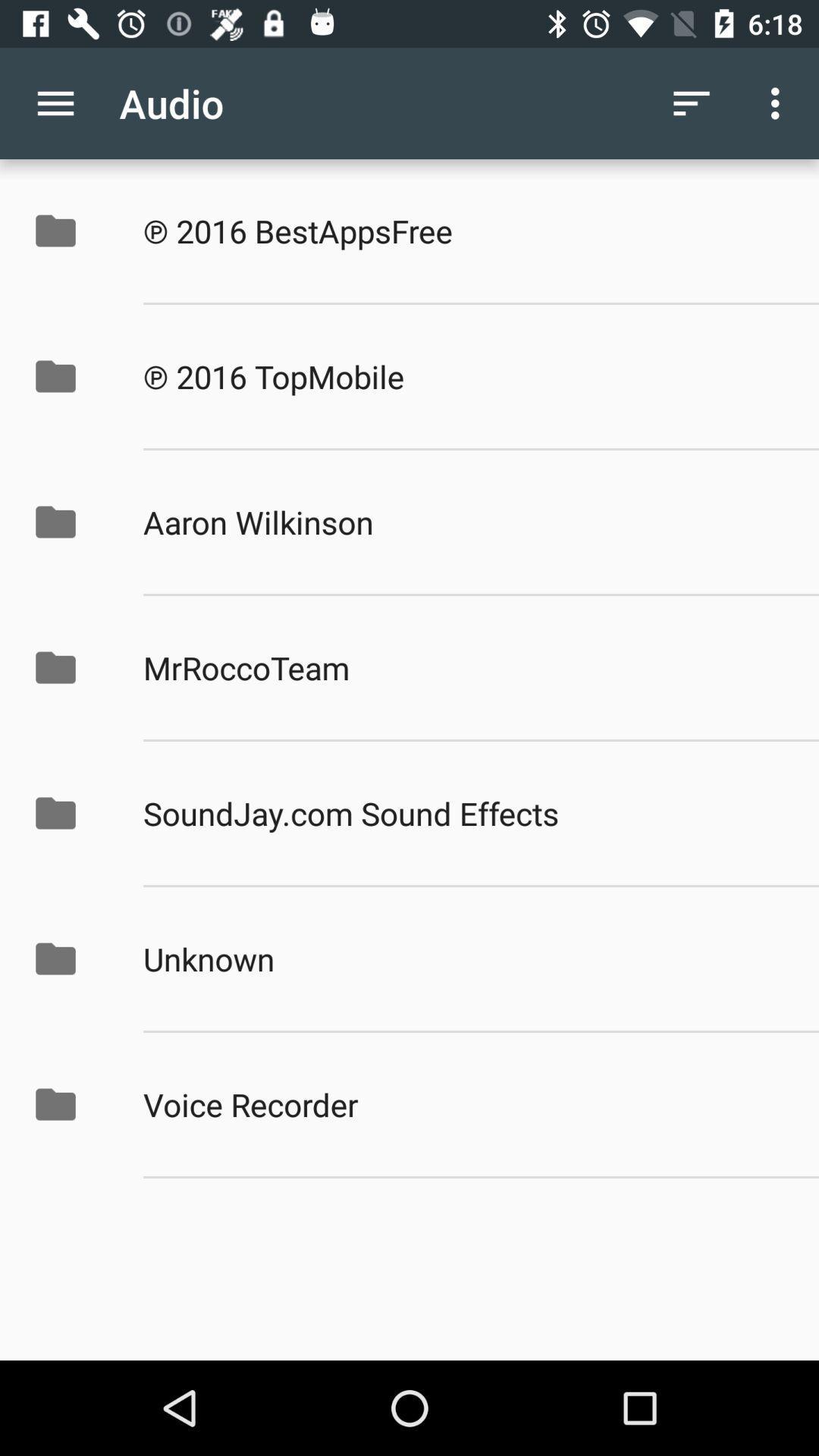  What do you see at coordinates (71, 376) in the screenshot?
I see `the icon which is left side of the 2016 topmobile` at bounding box center [71, 376].